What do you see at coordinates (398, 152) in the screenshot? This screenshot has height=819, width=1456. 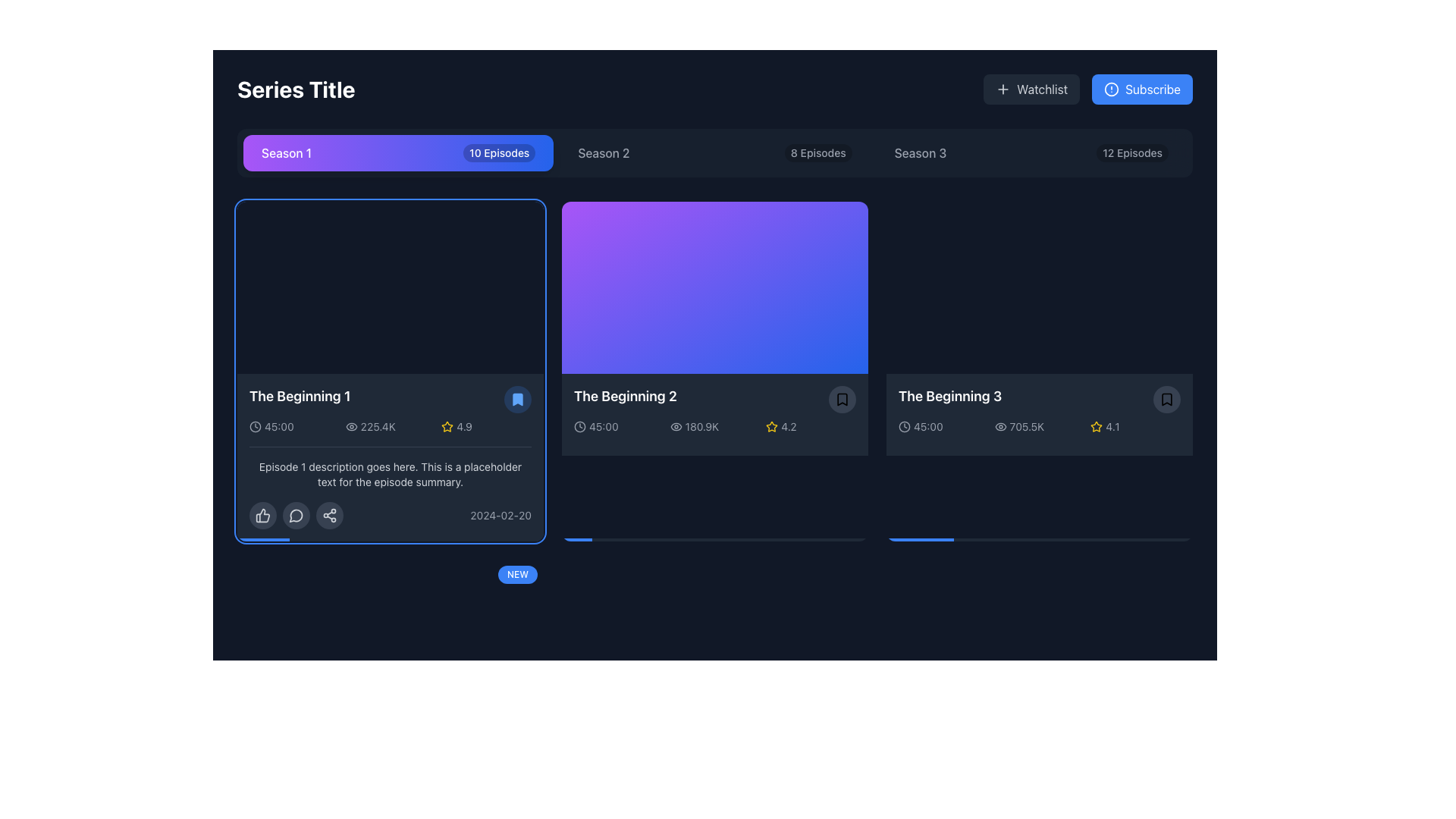 I see `the 'Season 1' button, which is a rounded rectangle with a gradient background from purple to blue, displaying 'Season 1' and '10 Episodes'` at bounding box center [398, 152].